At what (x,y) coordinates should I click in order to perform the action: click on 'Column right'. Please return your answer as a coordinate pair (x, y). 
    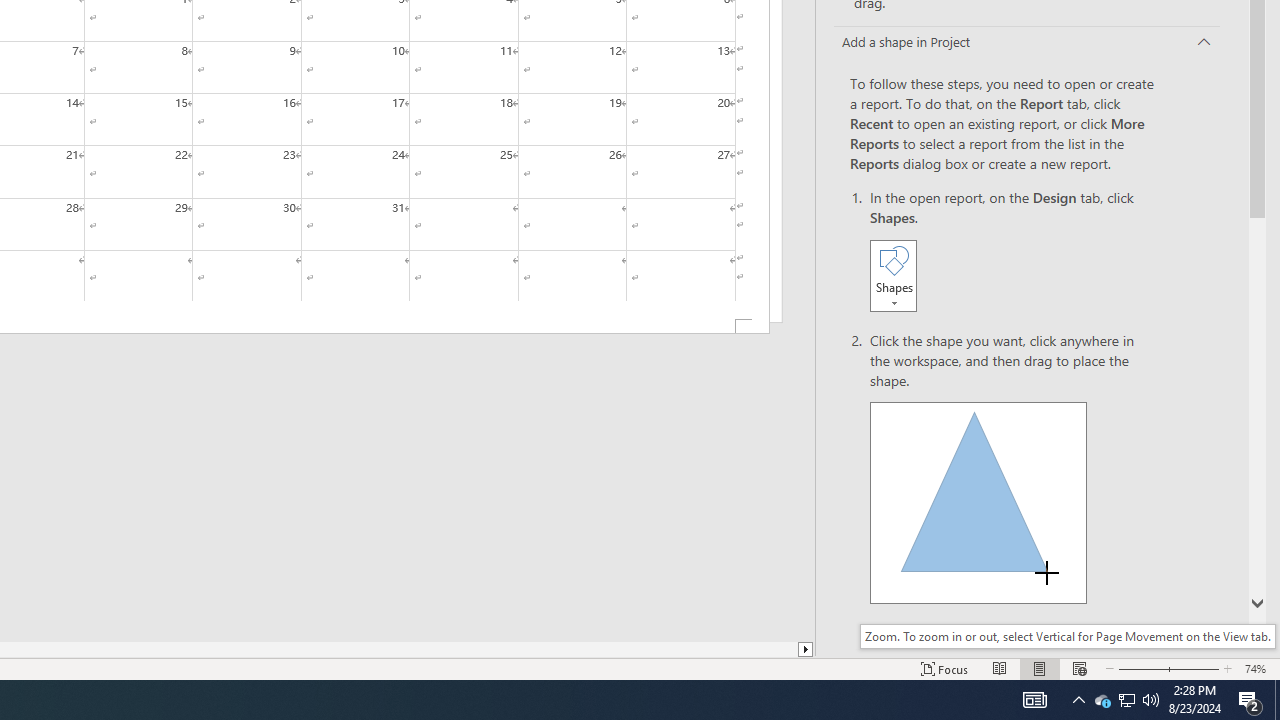
    Looking at the image, I should click on (806, 649).